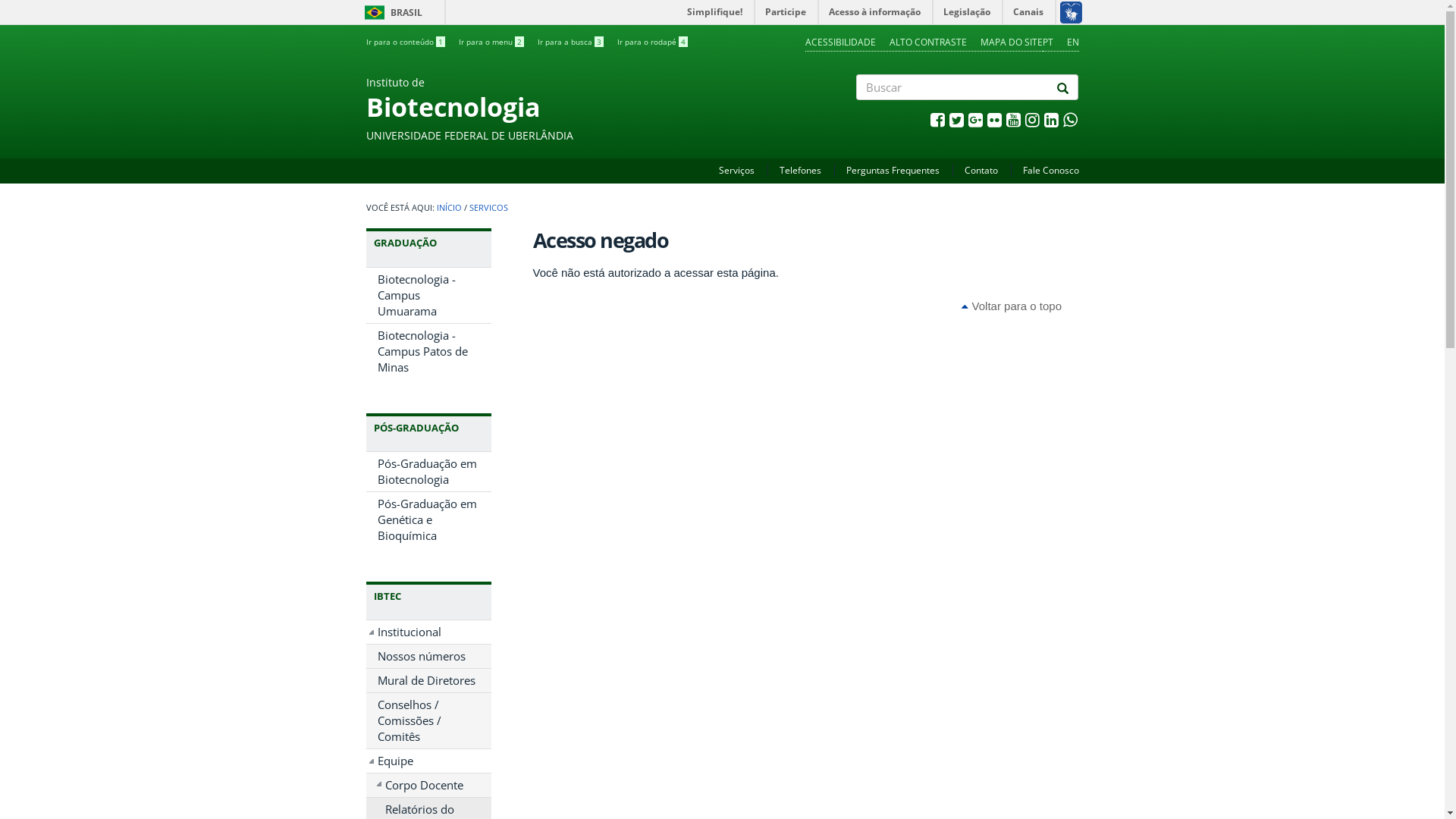 This screenshot has width=1456, height=819. Describe the element at coordinates (893, 170) in the screenshot. I see `'Perguntas Frequentes'` at that location.